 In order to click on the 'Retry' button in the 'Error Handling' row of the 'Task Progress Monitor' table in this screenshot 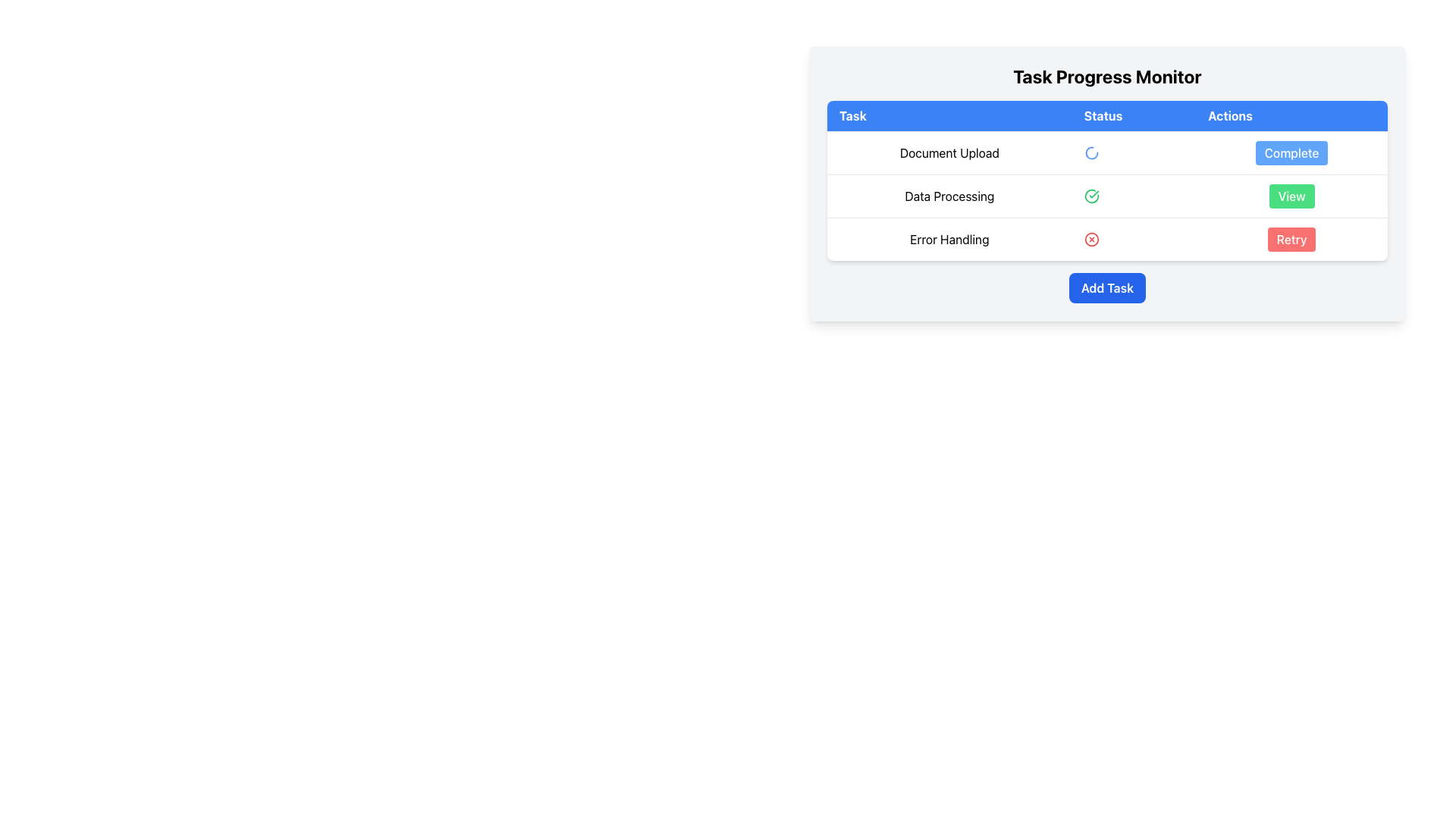, I will do `click(1291, 239)`.